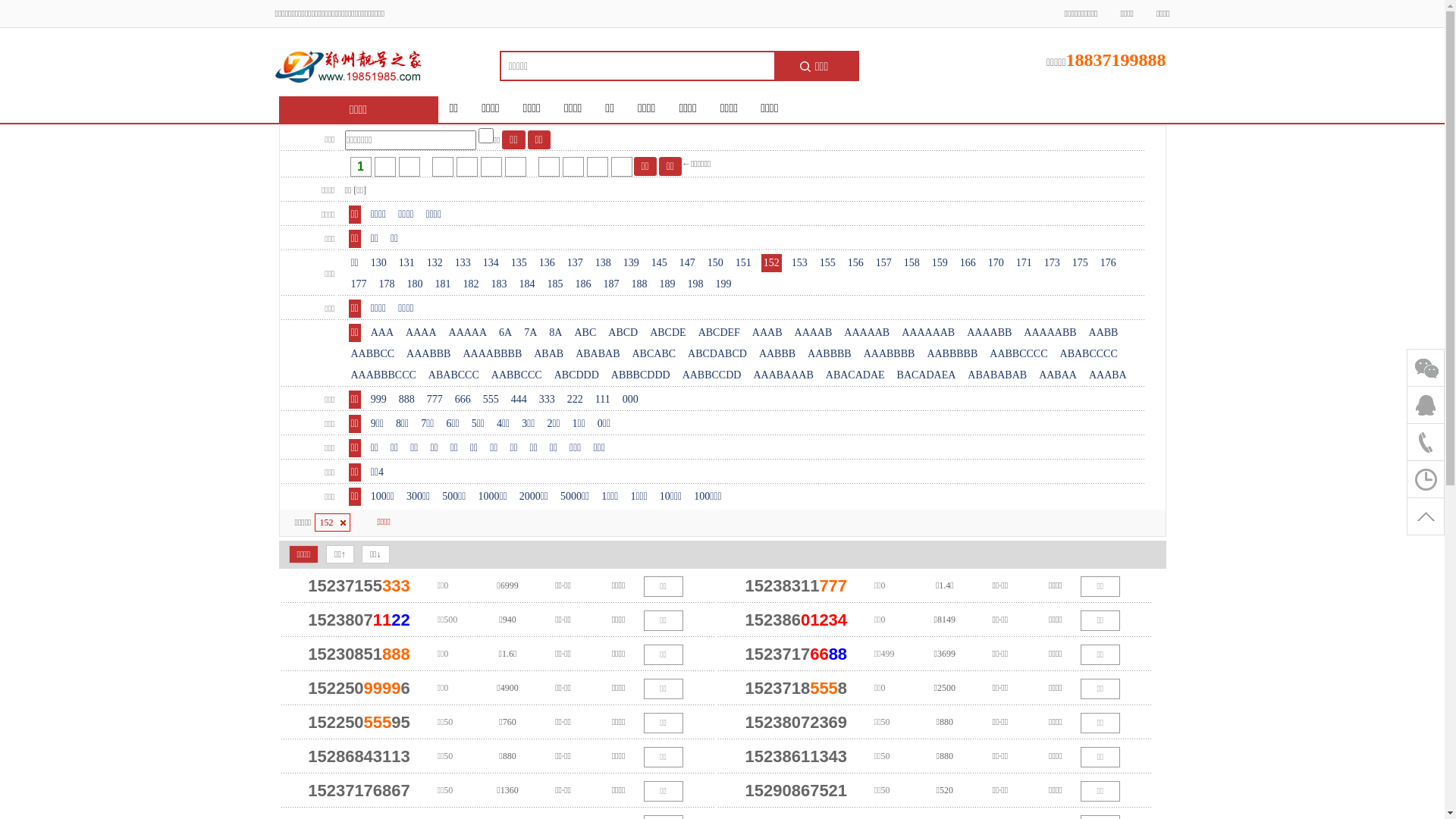 Image resolution: width=1456 pixels, height=819 pixels. Describe the element at coordinates (883, 262) in the screenshot. I see `'157'` at that location.